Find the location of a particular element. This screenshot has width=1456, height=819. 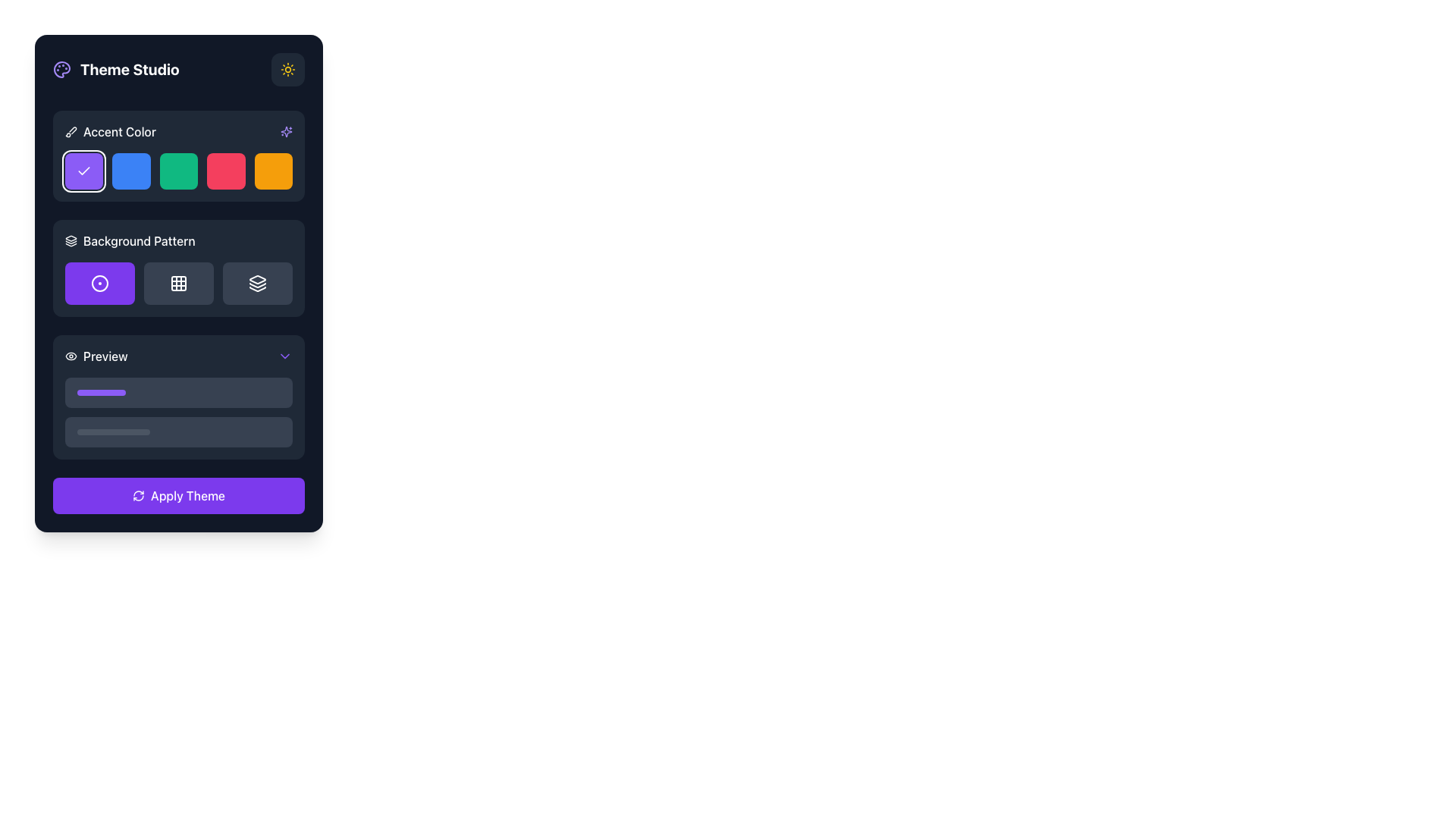

the composite component that consists of an icon and text, located in the lower section of the visible panel as the first item from the left in a horizontal layout is located at coordinates (96, 356).